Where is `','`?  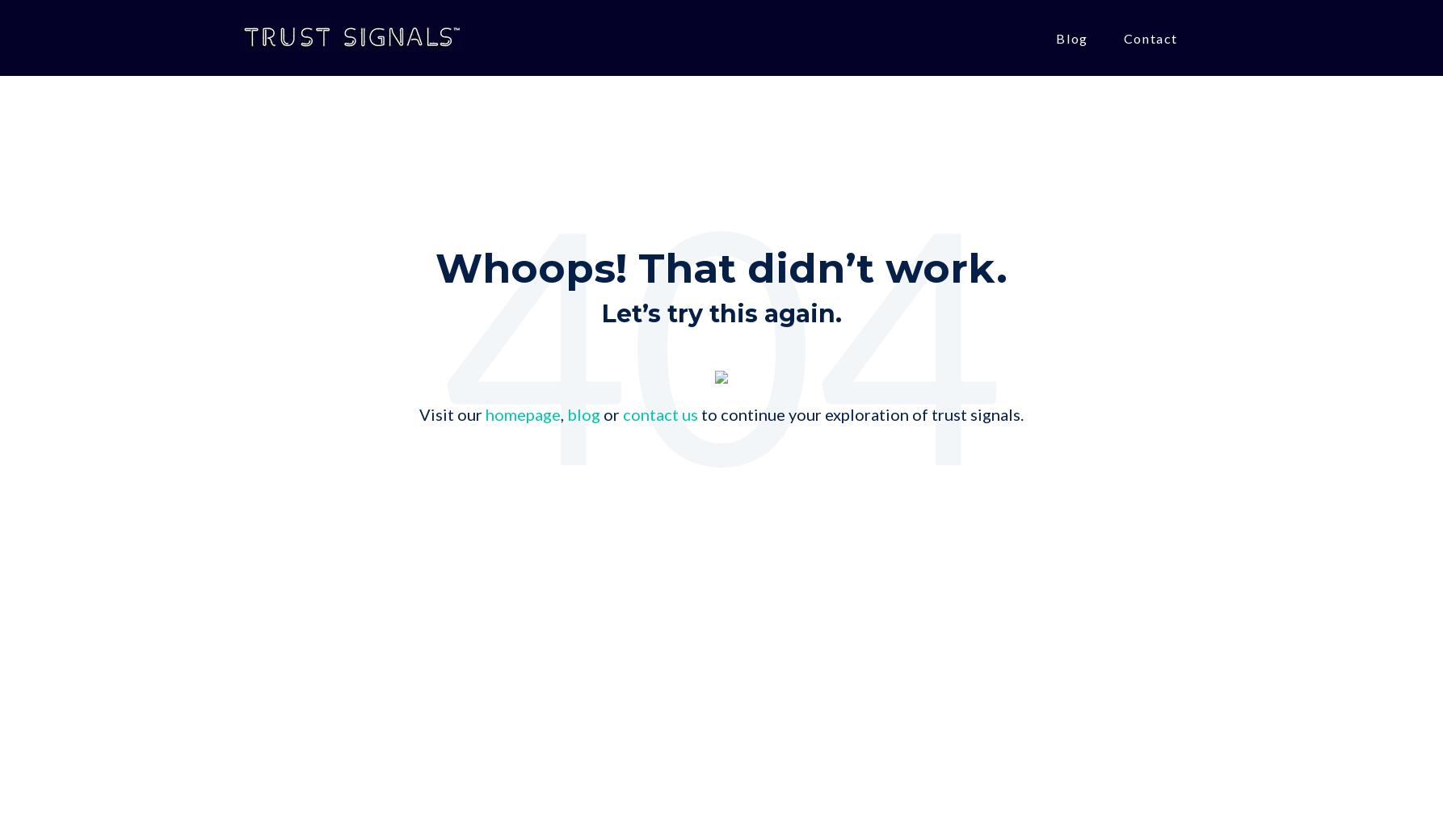 ',' is located at coordinates (561, 414).